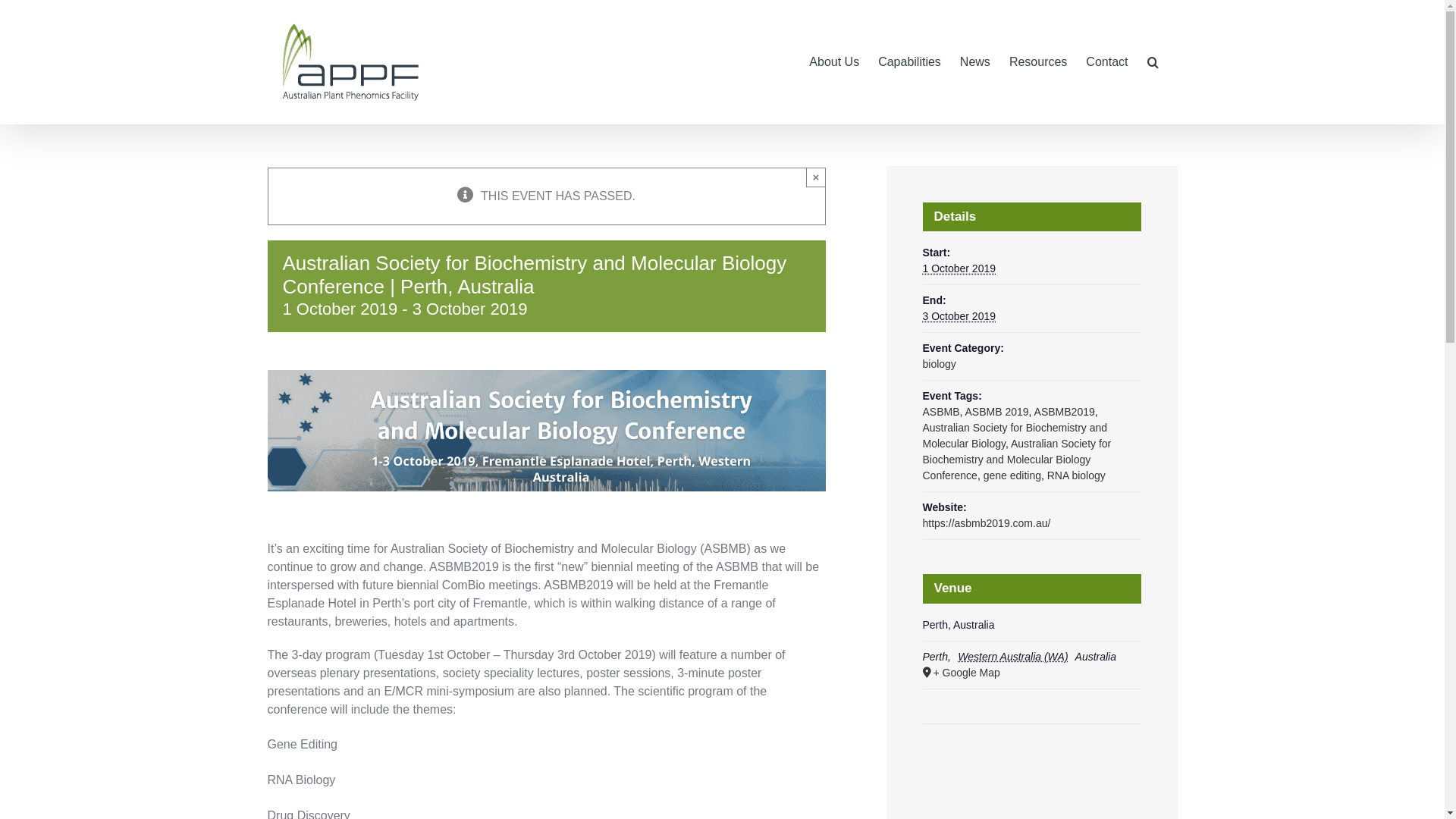 This screenshot has height=819, width=1456. I want to click on 'Resources', so click(1037, 61).